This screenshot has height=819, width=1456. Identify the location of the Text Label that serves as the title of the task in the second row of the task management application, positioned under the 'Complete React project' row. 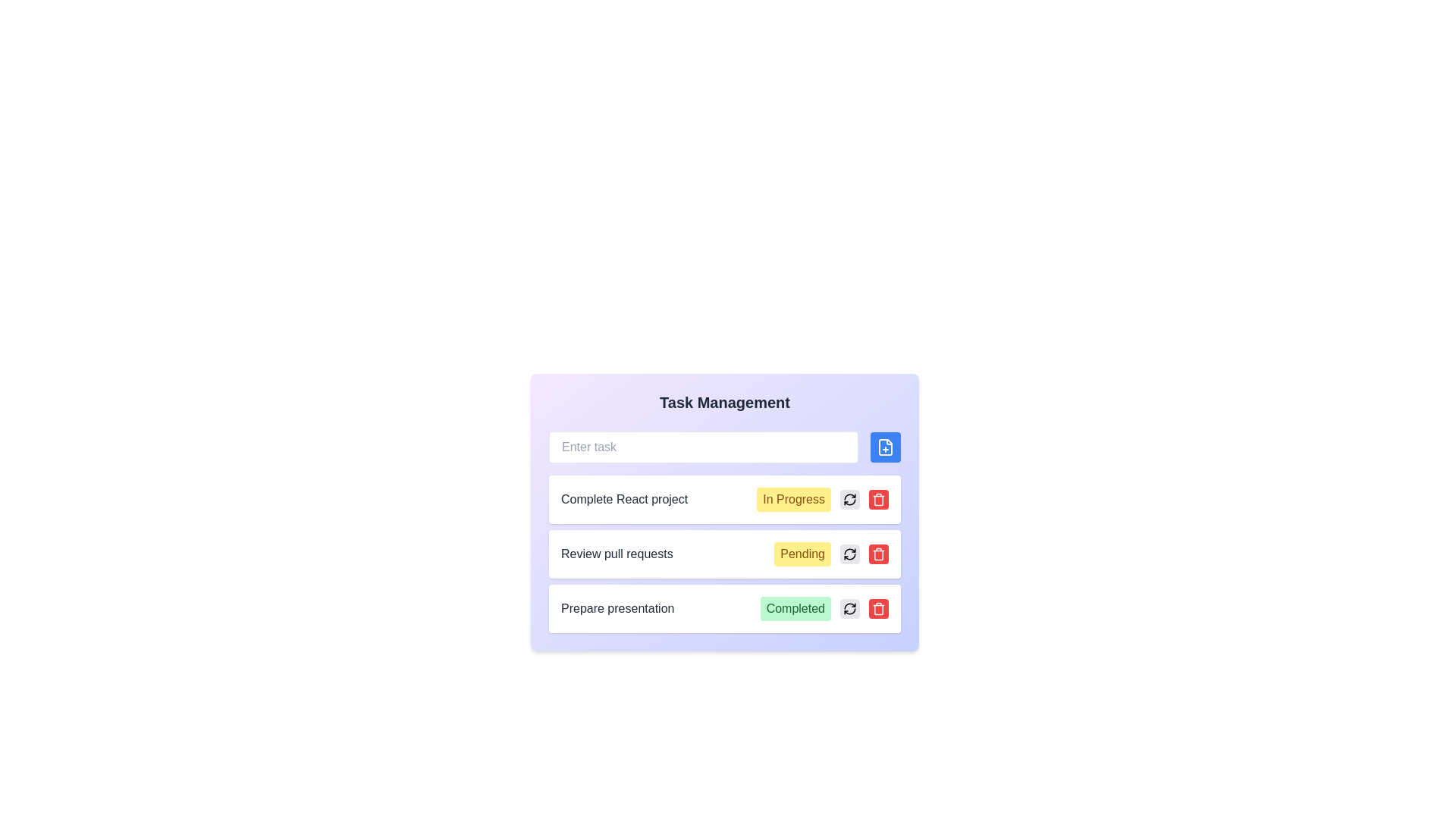
(617, 554).